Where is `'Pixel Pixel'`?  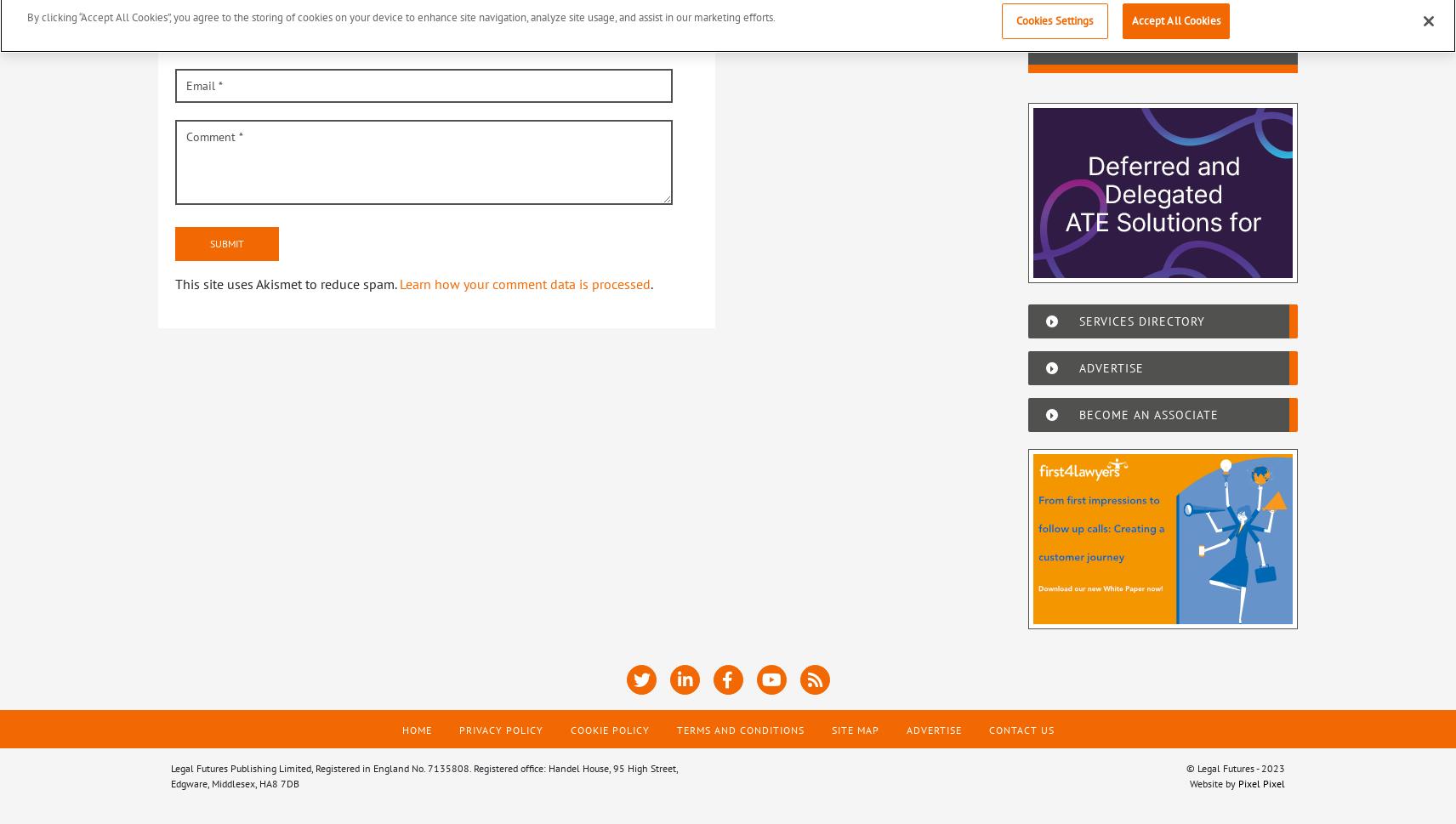 'Pixel Pixel' is located at coordinates (1260, 782).